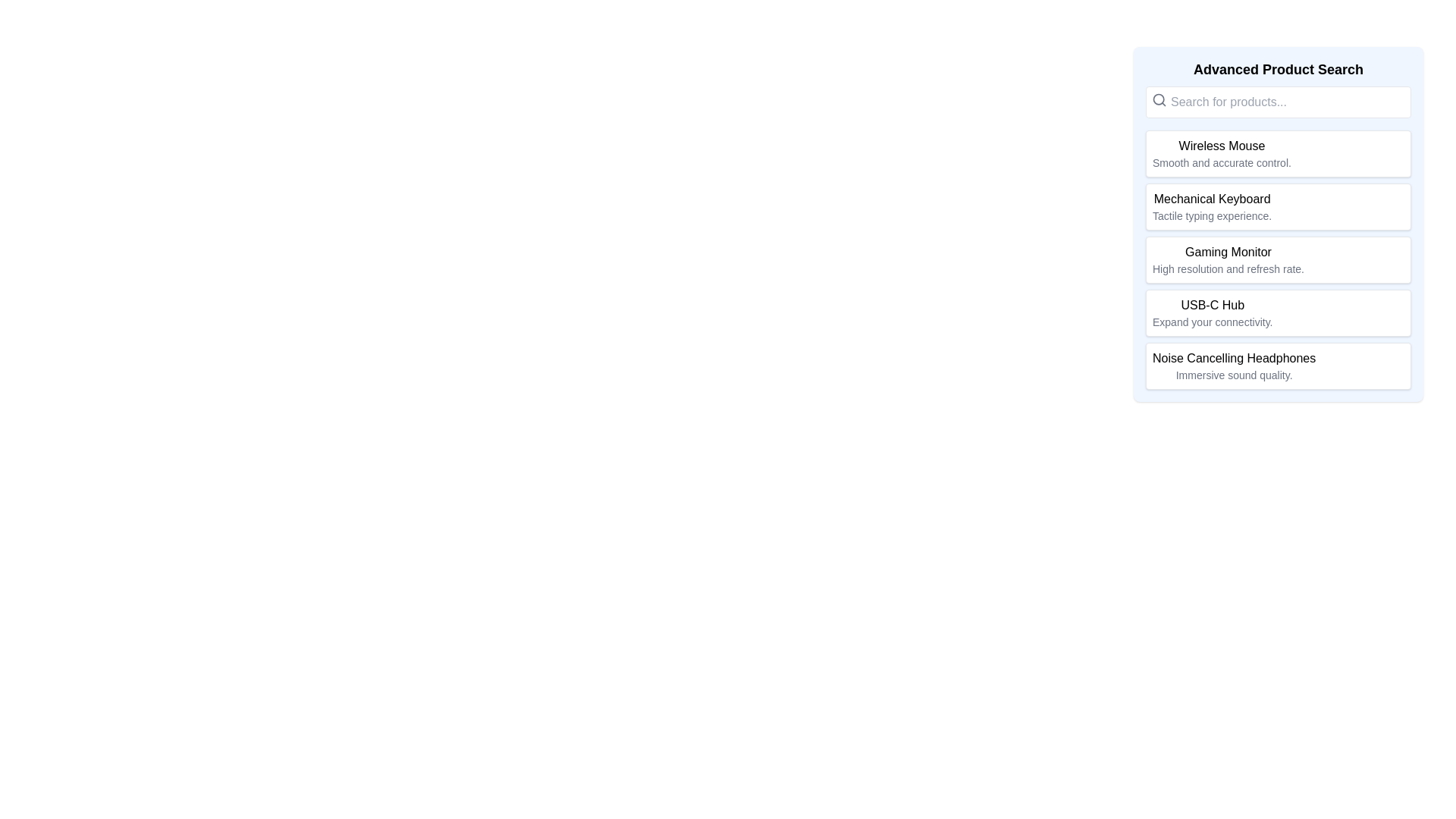 The width and height of the screenshot is (1456, 819). What do you see at coordinates (1228, 259) in the screenshot?
I see `the Text block component that presents information about a gaming monitor, which is the third item in a vertical list of card components` at bounding box center [1228, 259].